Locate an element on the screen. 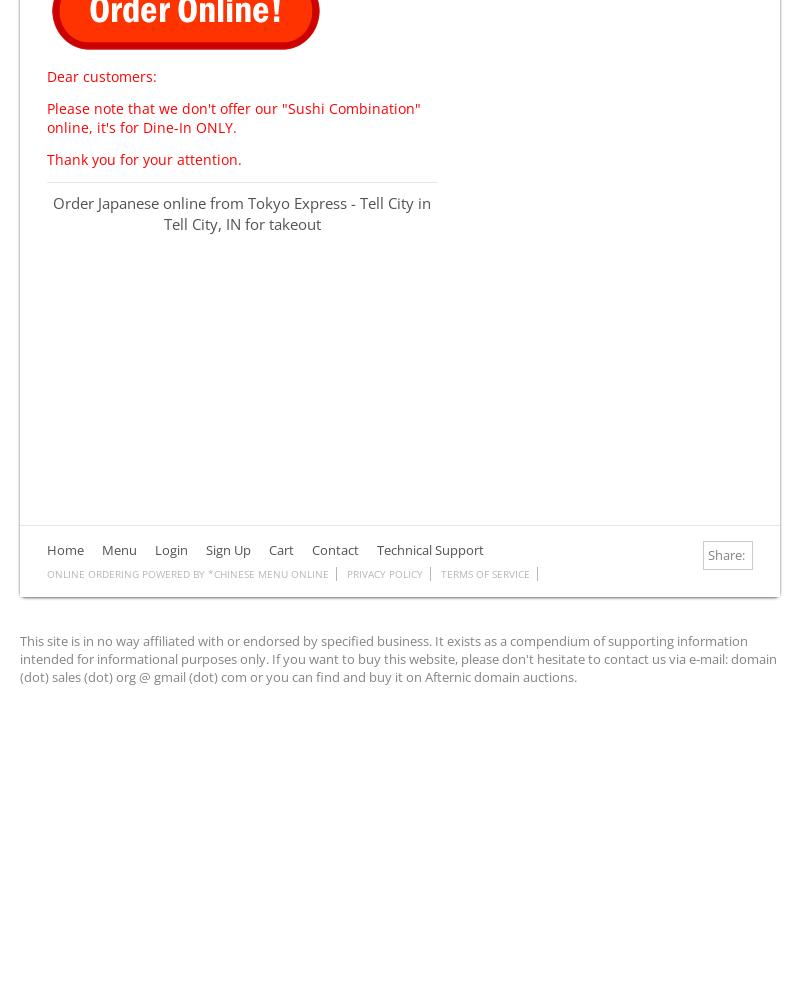  'Technical Support' is located at coordinates (430, 549).